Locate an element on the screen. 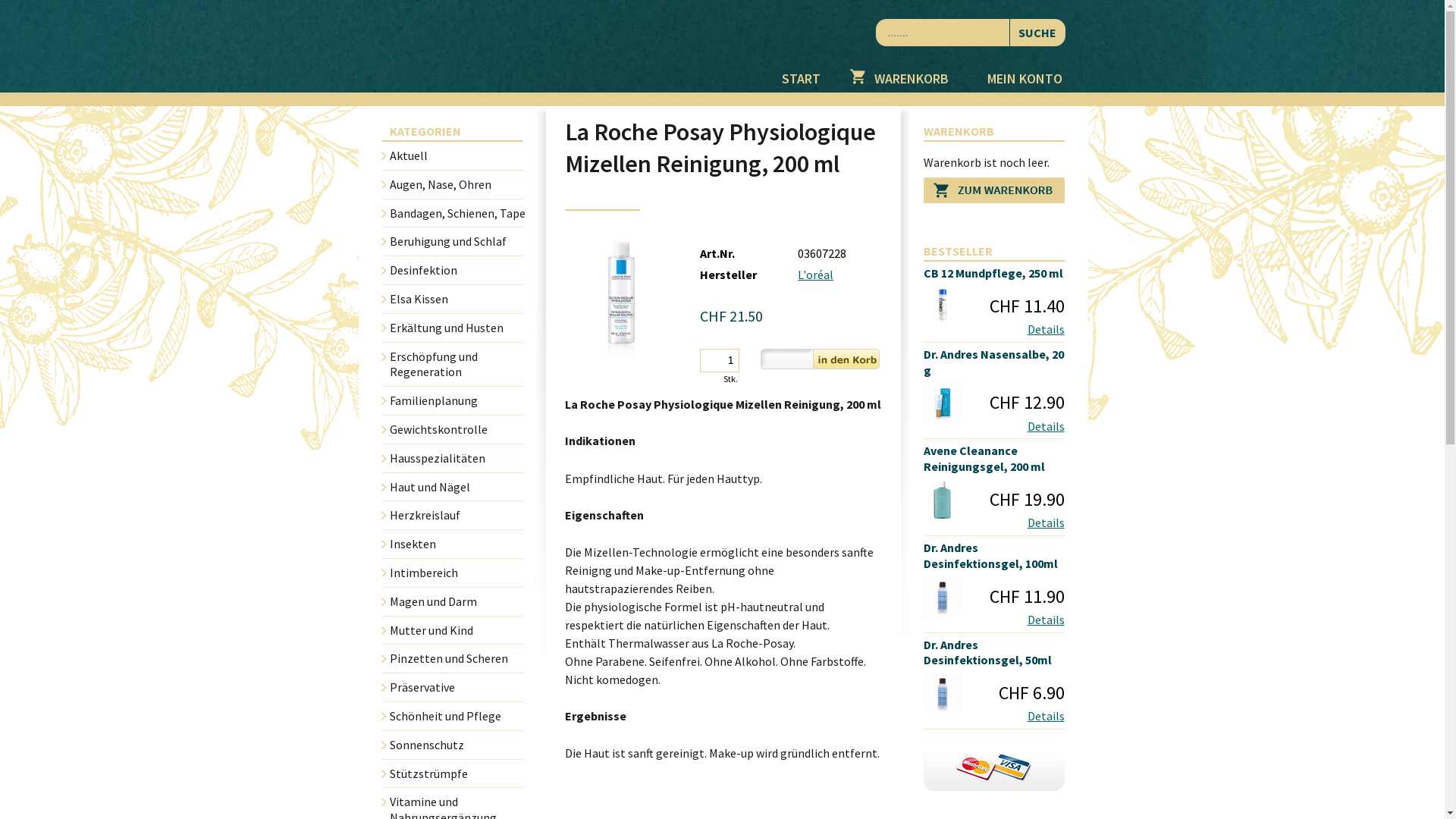 The image size is (1456, 819). 'Gewichtskontrolle' is located at coordinates (455, 429).